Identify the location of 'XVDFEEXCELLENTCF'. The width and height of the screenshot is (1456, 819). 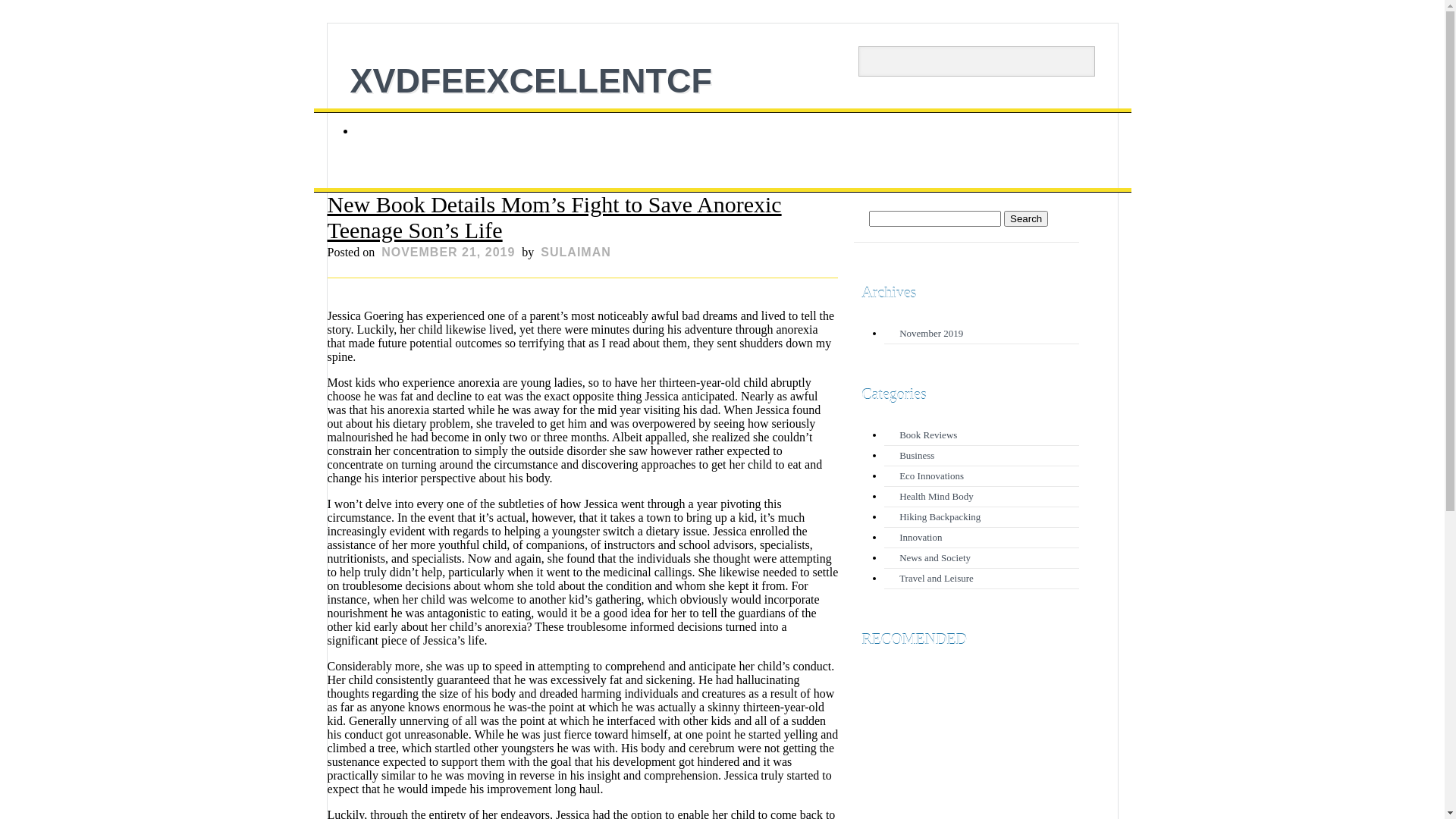
(531, 80).